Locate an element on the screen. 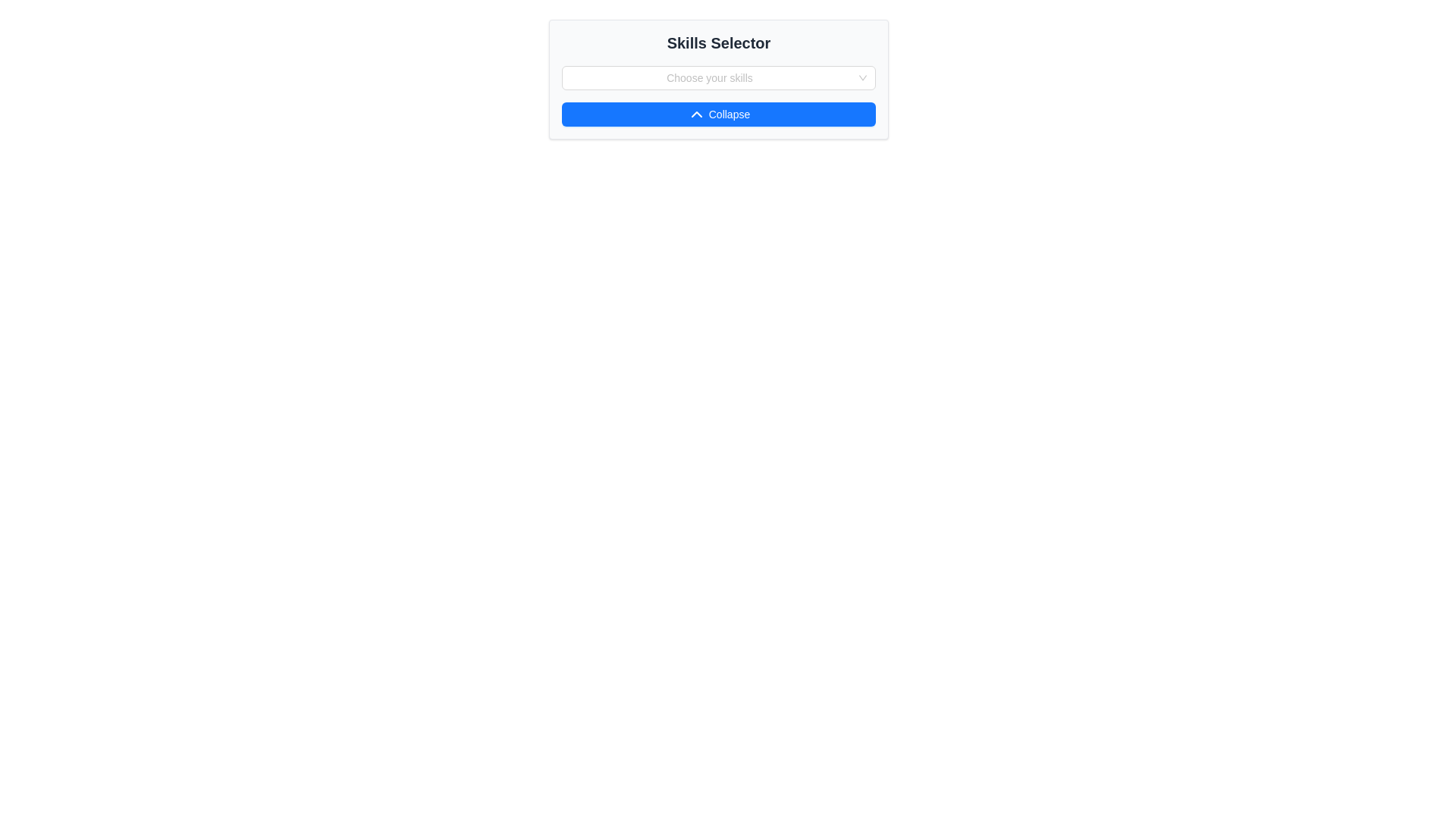 This screenshot has height=819, width=1456. the dropdown input field labeled 'Choose your skills' is located at coordinates (710, 78).